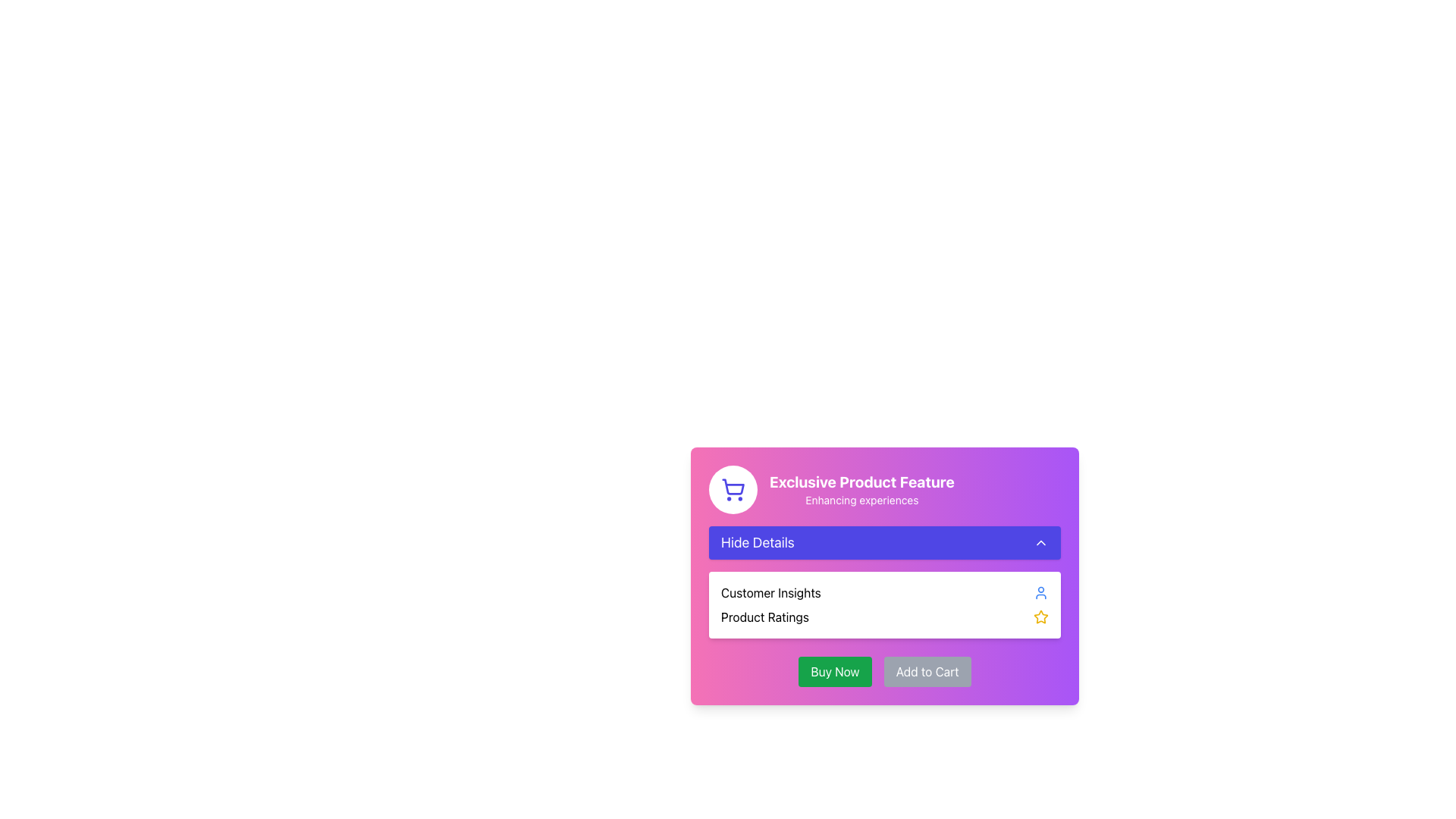  What do you see at coordinates (1040, 617) in the screenshot?
I see `the star icon in the 'Product Ratings' row to rate or interact with the item` at bounding box center [1040, 617].